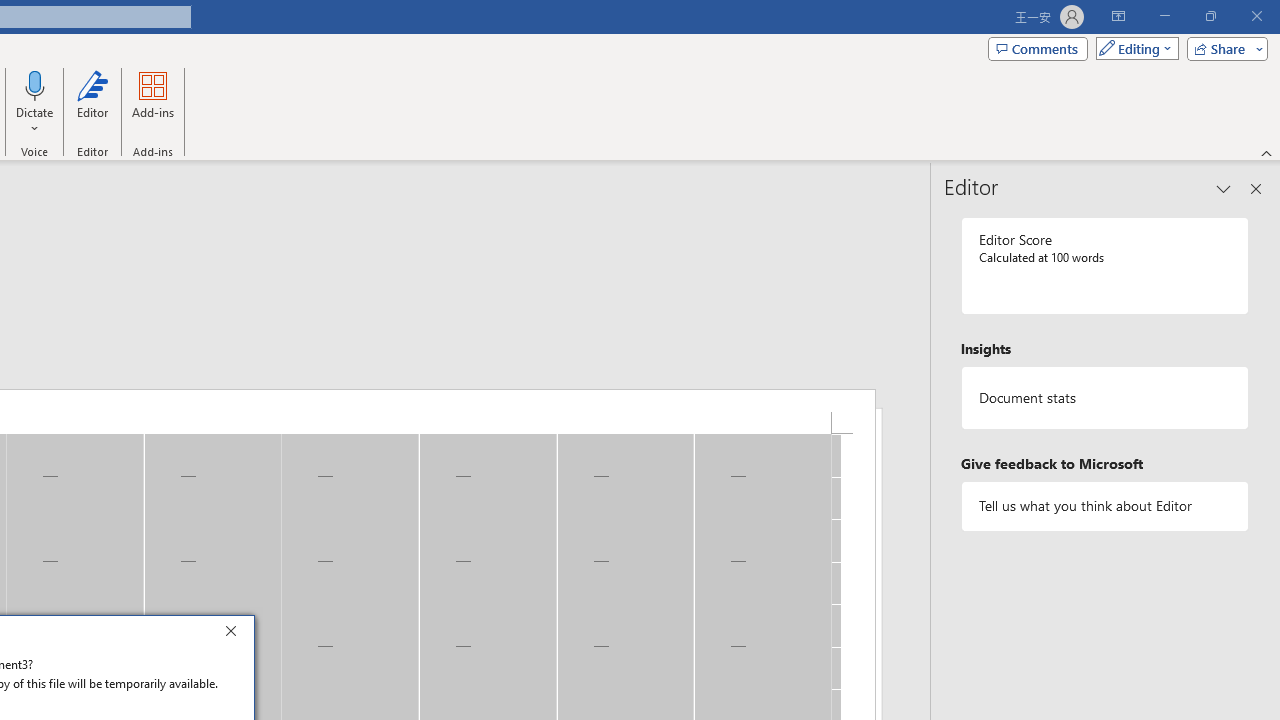 The width and height of the screenshot is (1280, 720). What do you see at coordinates (1104, 505) in the screenshot?
I see `'Tell us what you think about Editor'` at bounding box center [1104, 505].